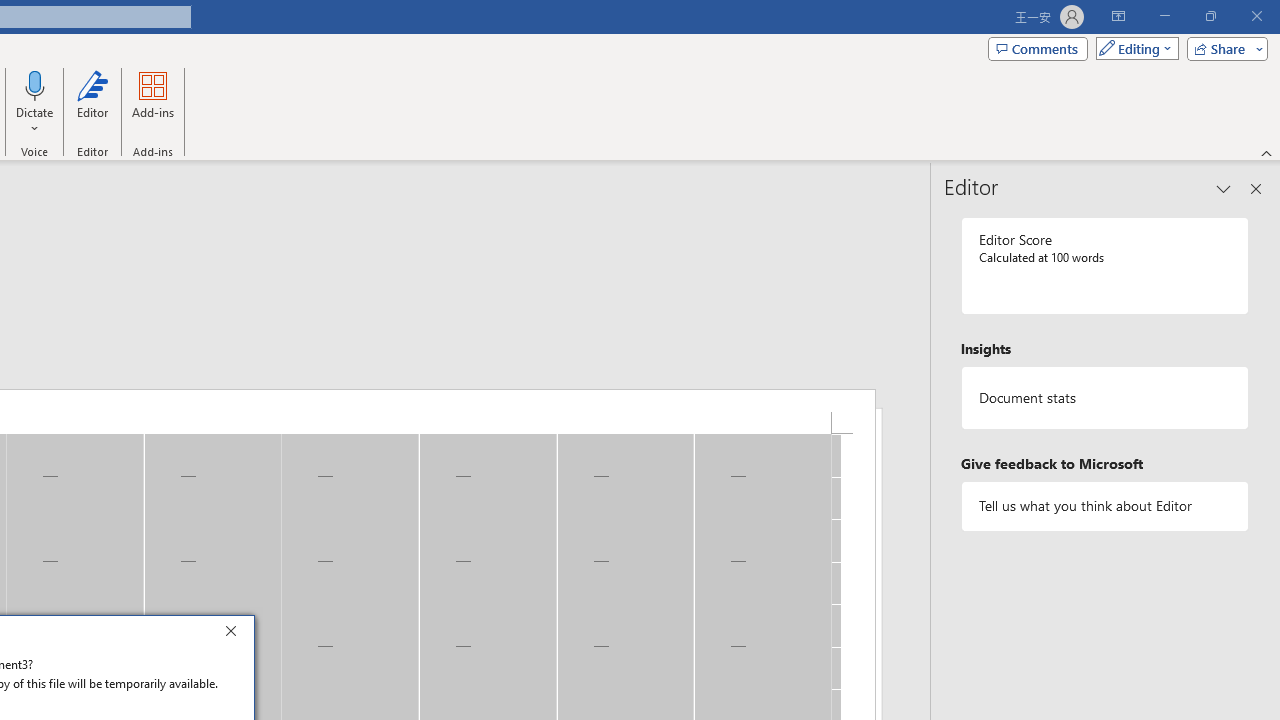 The width and height of the screenshot is (1280, 720). What do you see at coordinates (1104, 505) in the screenshot?
I see `'Tell us what you think about Editor'` at bounding box center [1104, 505].